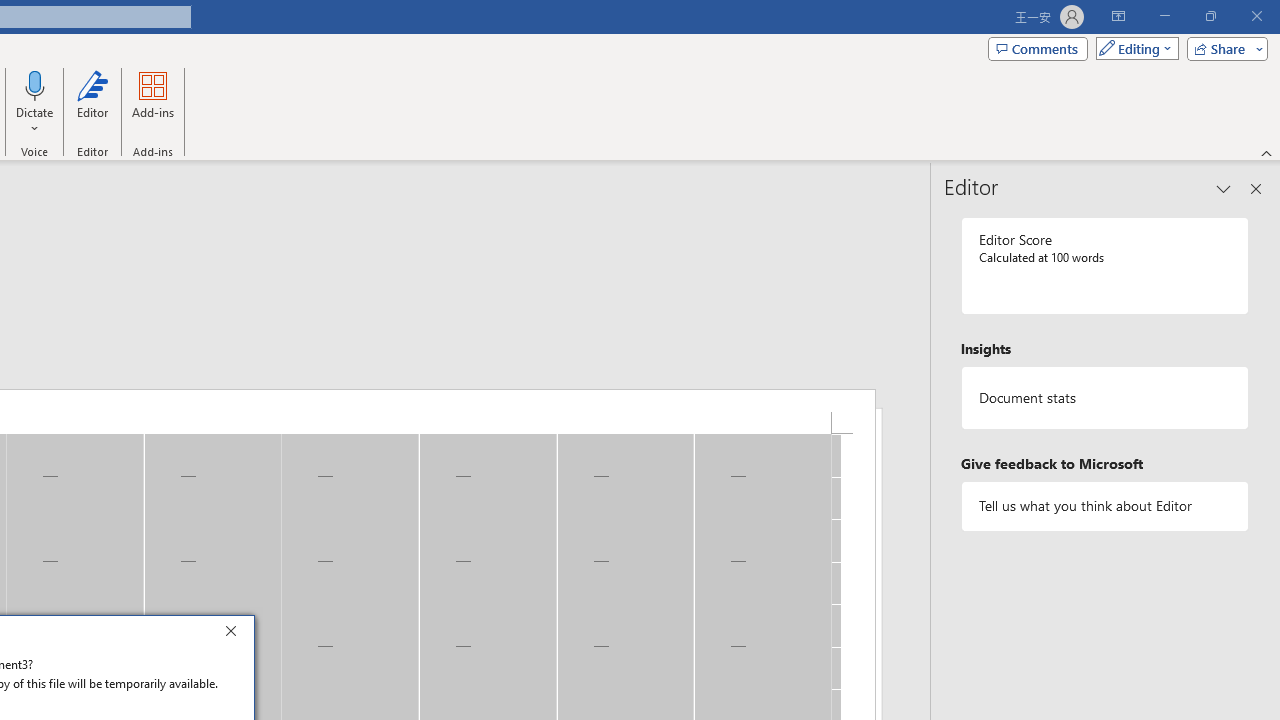 The width and height of the screenshot is (1280, 720). What do you see at coordinates (1104, 505) in the screenshot?
I see `'Tell us what you think about Editor'` at bounding box center [1104, 505].